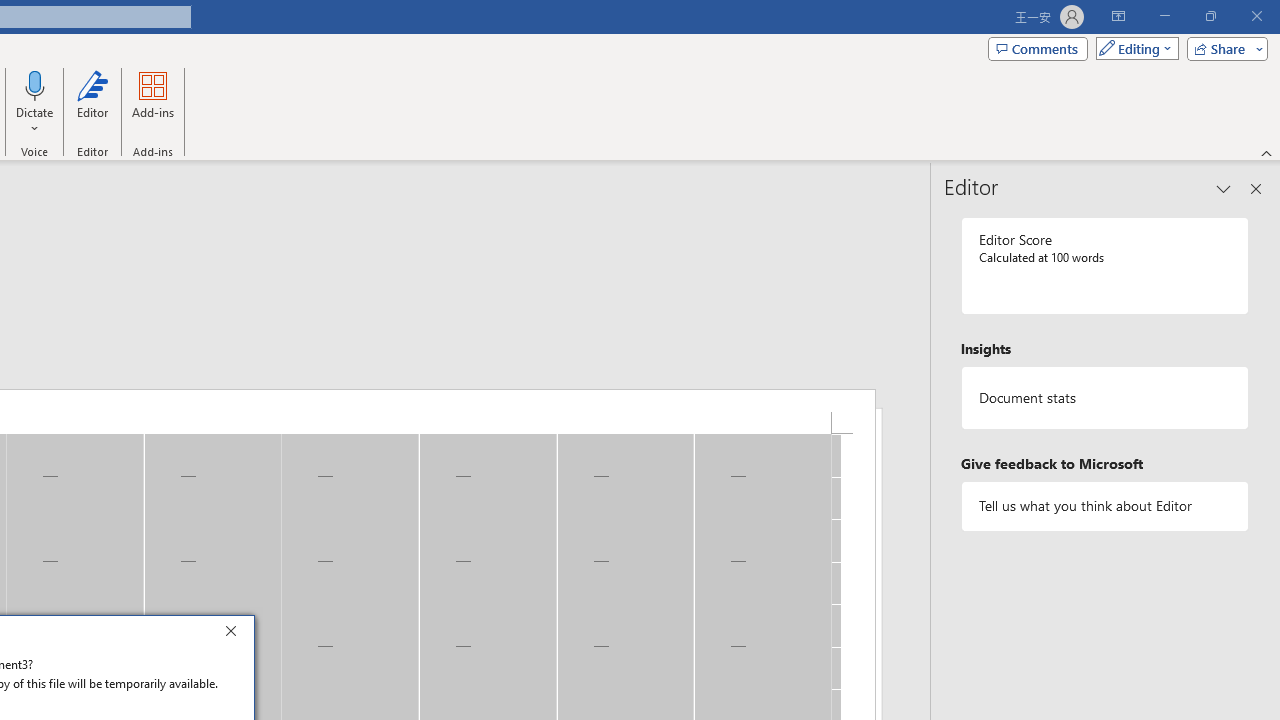 The width and height of the screenshot is (1280, 720). What do you see at coordinates (1104, 505) in the screenshot?
I see `'Tell us what you think about Editor'` at bounding box center [1104, 505].